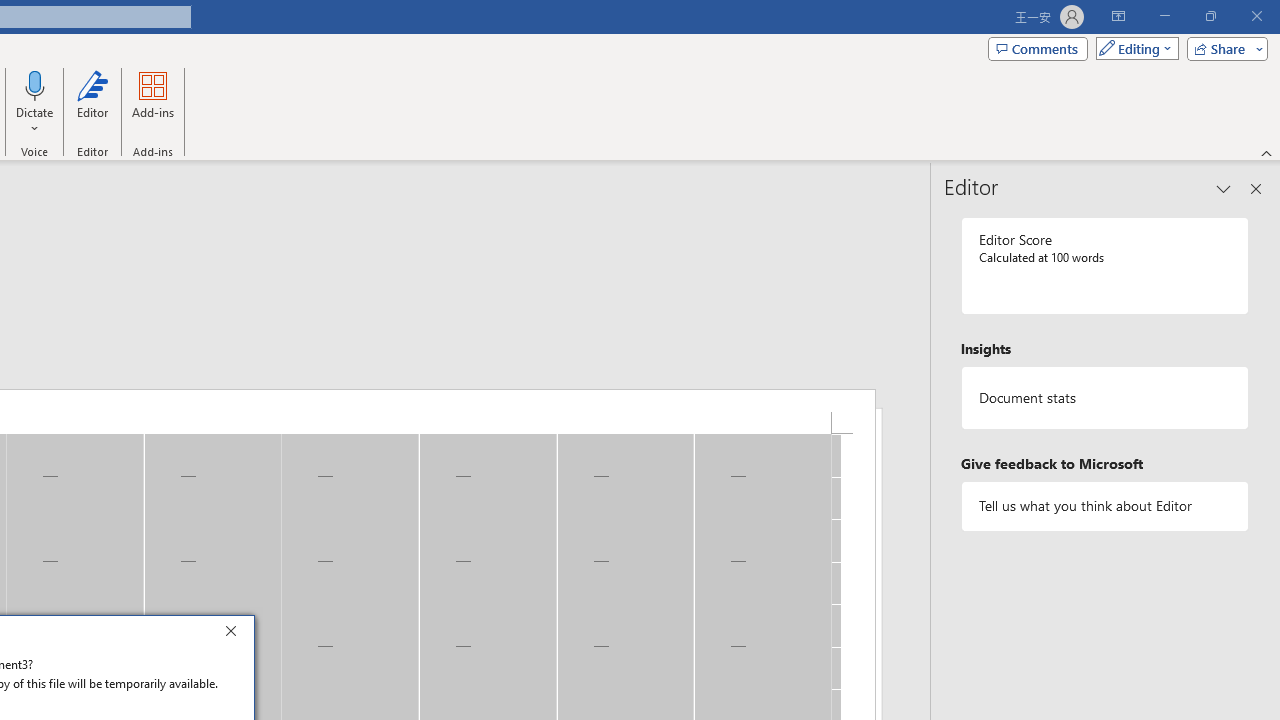 The width and height of the screenshot is (1280, 720). What do you see at coordinates (1104, 505) in the screenshot?
I see `'Tell us what you think about Editor'` at bounding box center [1104, 505].